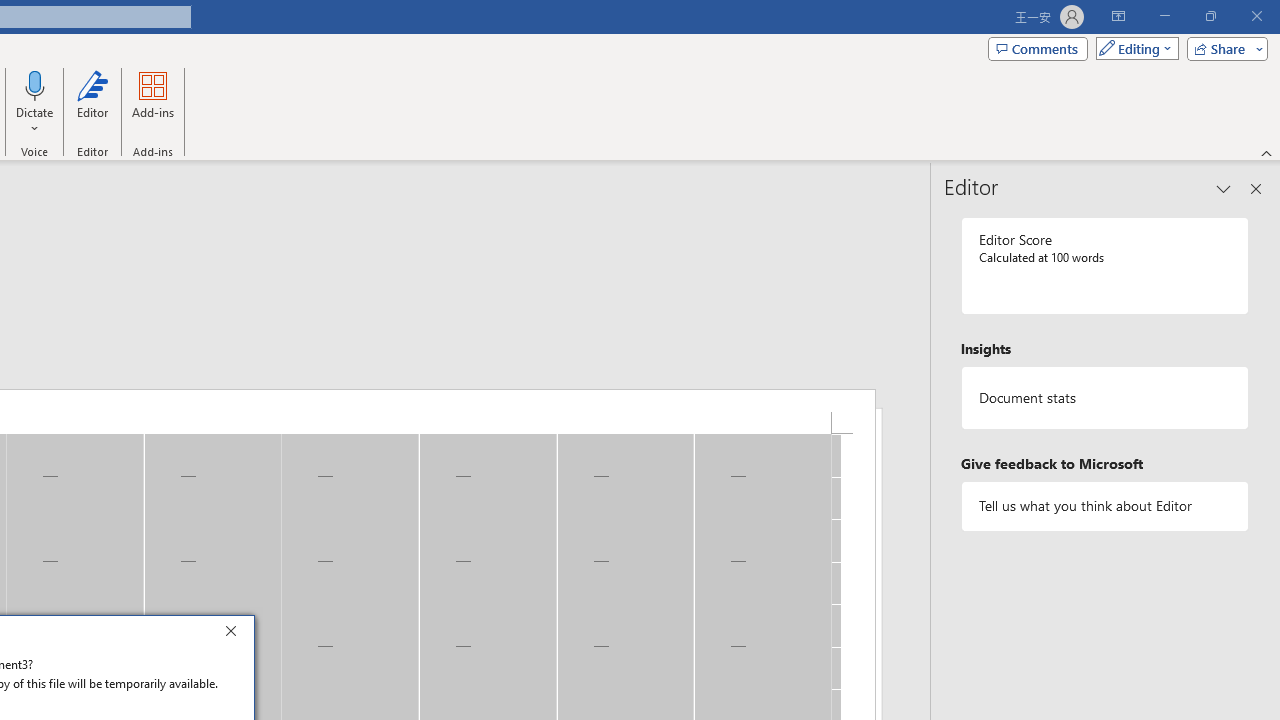 The width and height of the screenshot is (1280, 720). What do you see at coordinates (1104, 505) in the screenshot?
I see `'Tell us what you think about Editor'` at bounding box center [1104, 505].